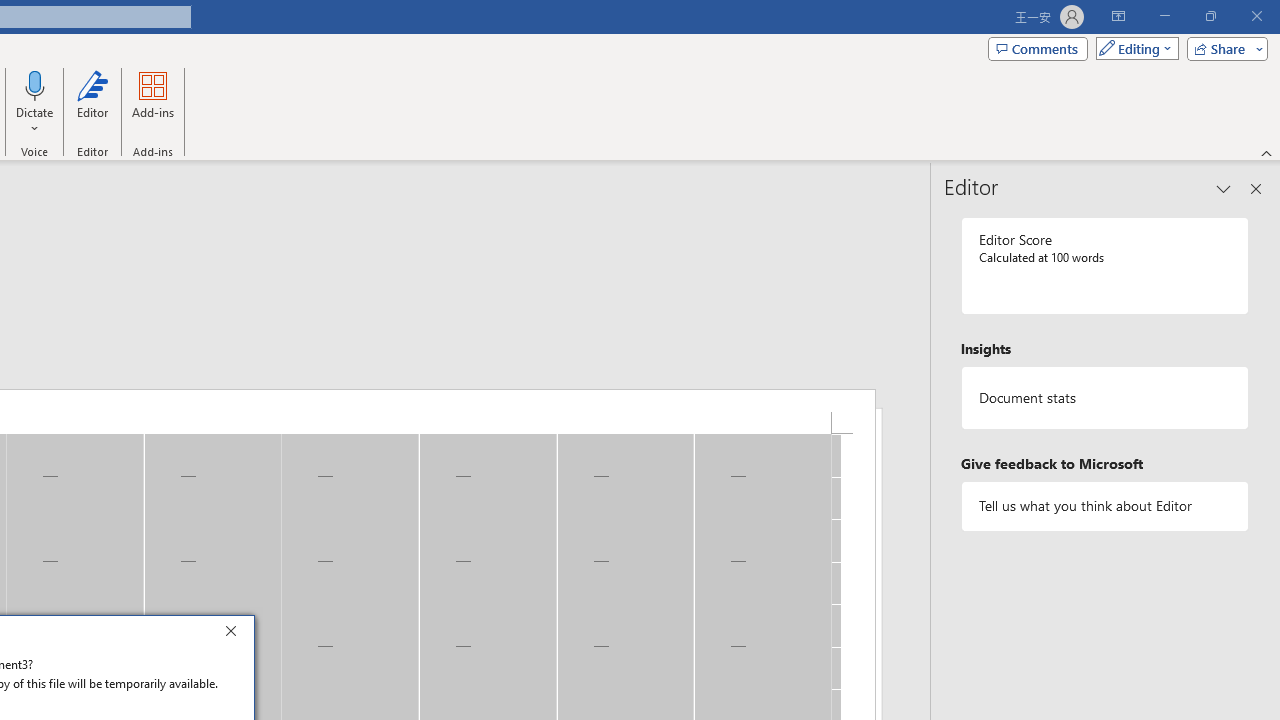 The width and height of the screenshot is (1280, 720). What do you see at coordinates (1104, 505) in the screenshot?
I see `'Tell us what you think about Editor'` at bounding box center [1104, 505].